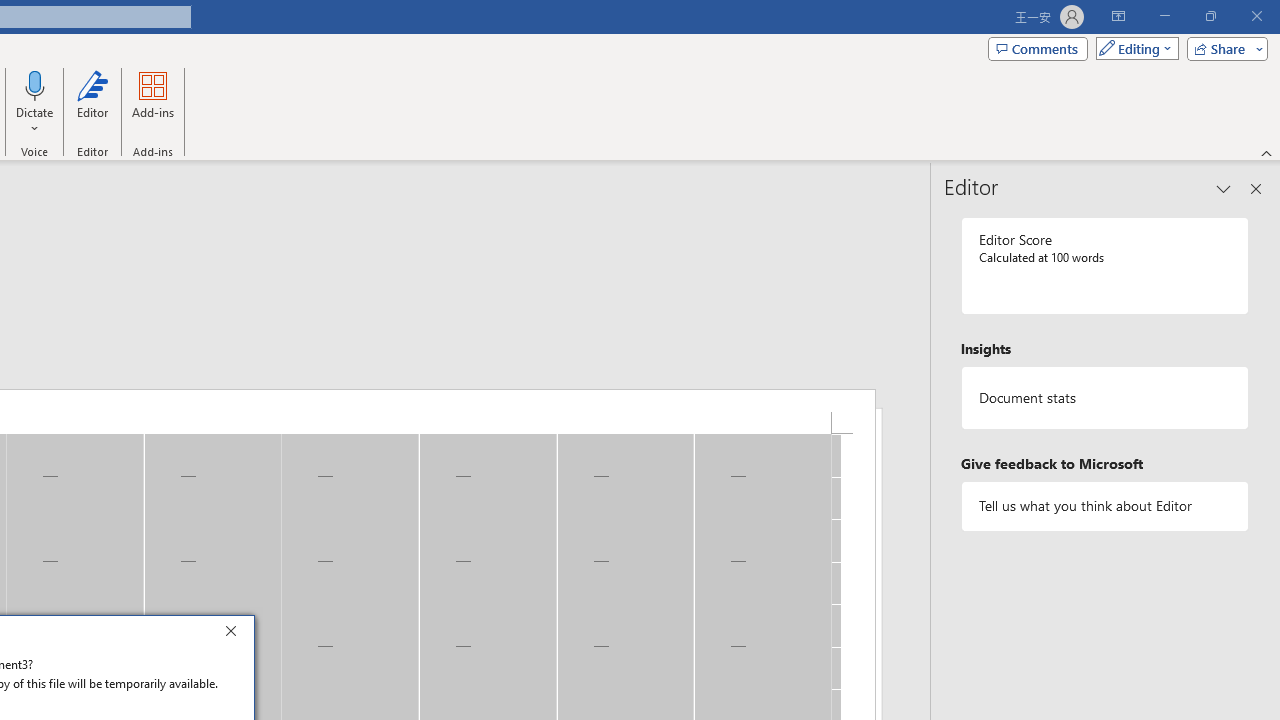 The width and height of the screenshot is (1280, 720). What do you see at coordinates (1104, 505) in the screenshot?
I see `'Tell us what you think about Editor'` at bounding box center [1104, 505].